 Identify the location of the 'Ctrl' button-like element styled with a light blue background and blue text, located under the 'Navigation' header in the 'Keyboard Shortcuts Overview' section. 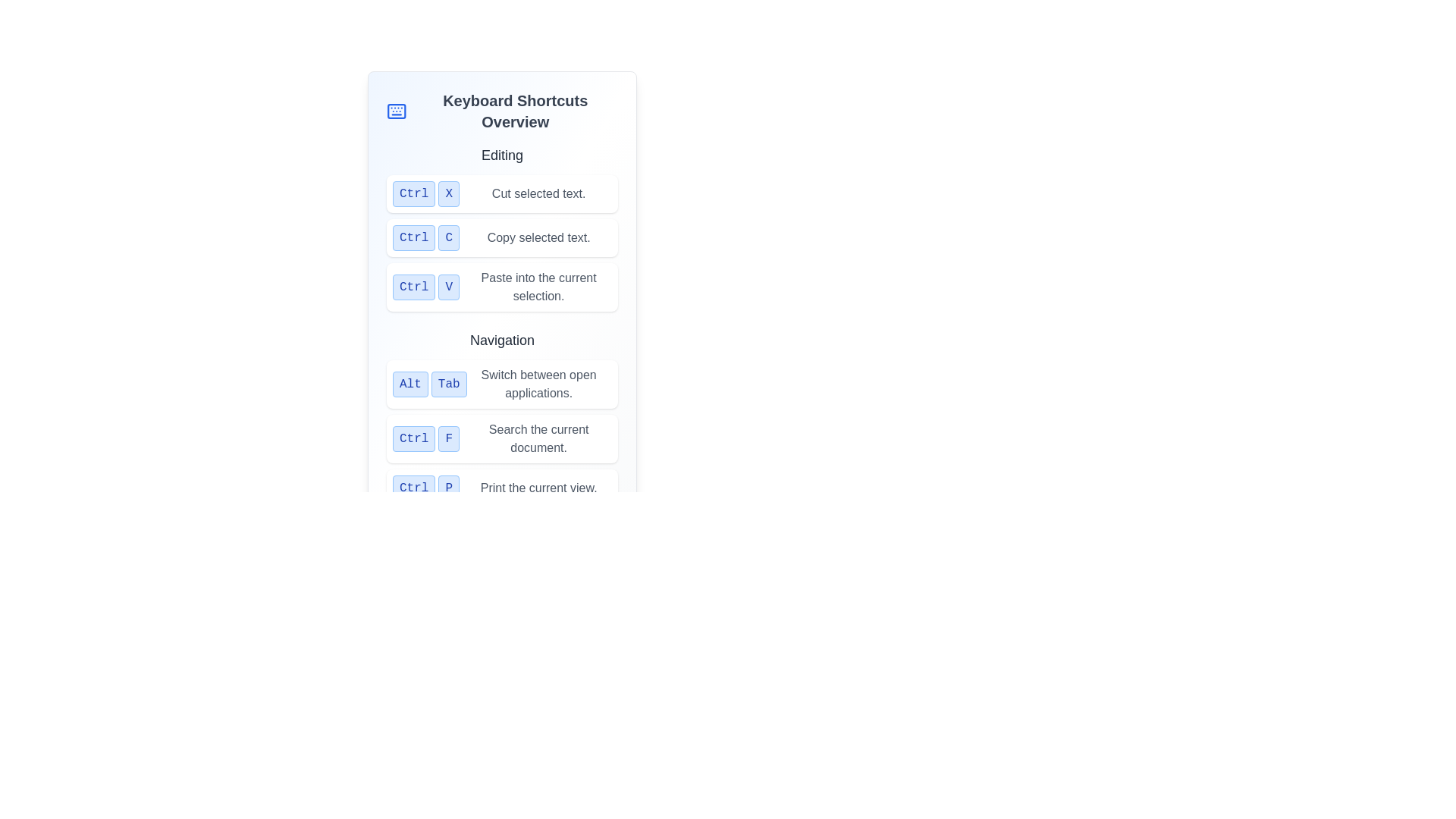
(414, 488).